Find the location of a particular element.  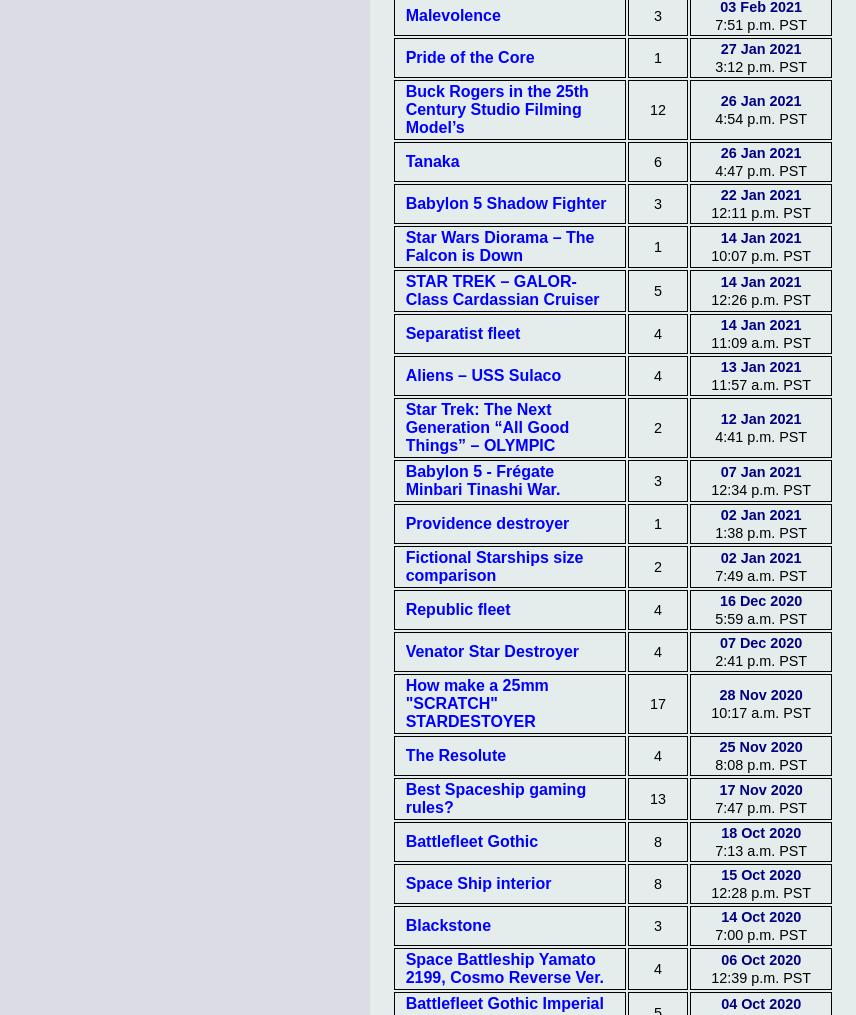

'8:08 p.m. PST' is located at coordinates (759, 764).